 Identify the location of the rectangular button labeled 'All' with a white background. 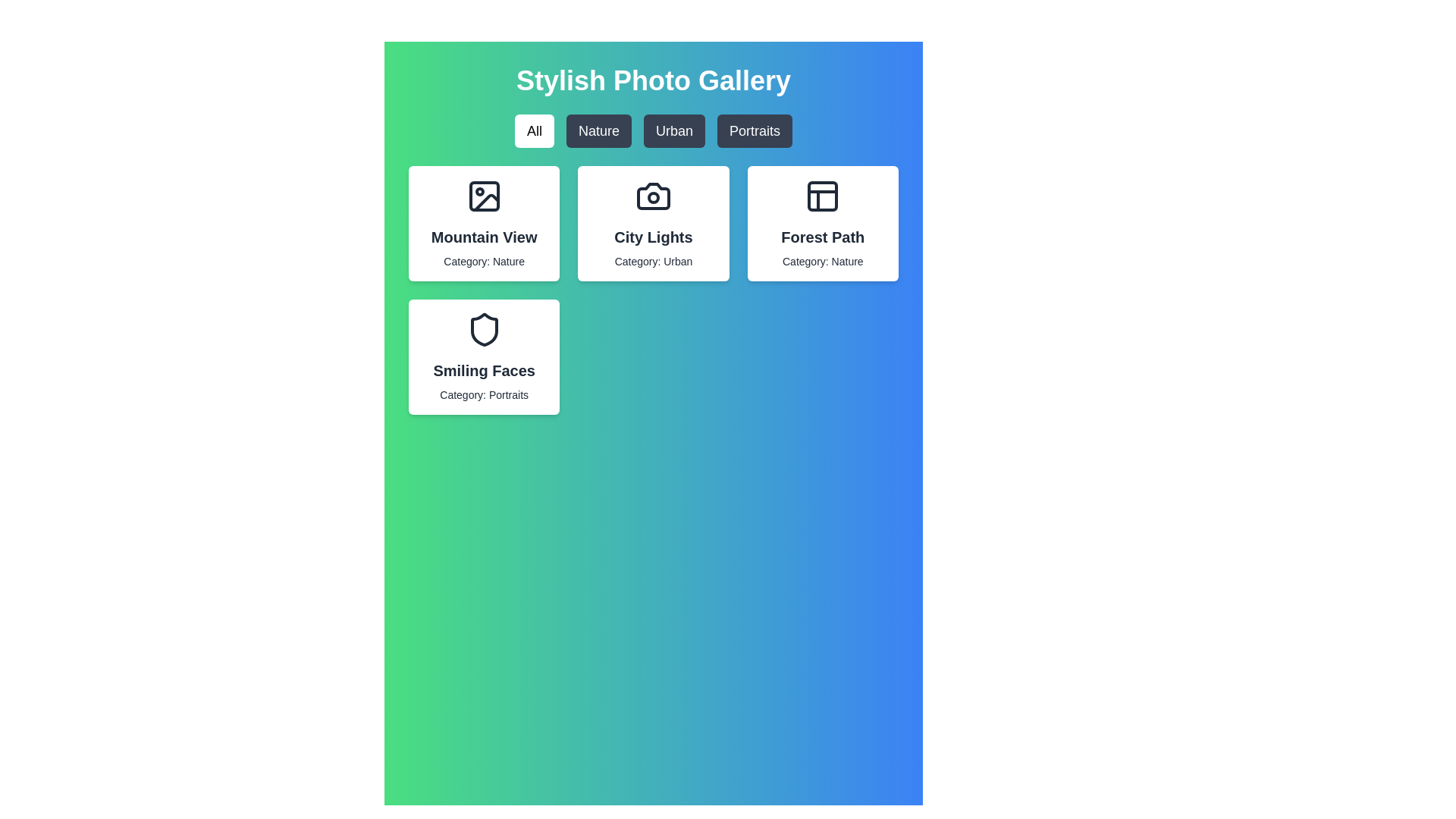
(535, 130).